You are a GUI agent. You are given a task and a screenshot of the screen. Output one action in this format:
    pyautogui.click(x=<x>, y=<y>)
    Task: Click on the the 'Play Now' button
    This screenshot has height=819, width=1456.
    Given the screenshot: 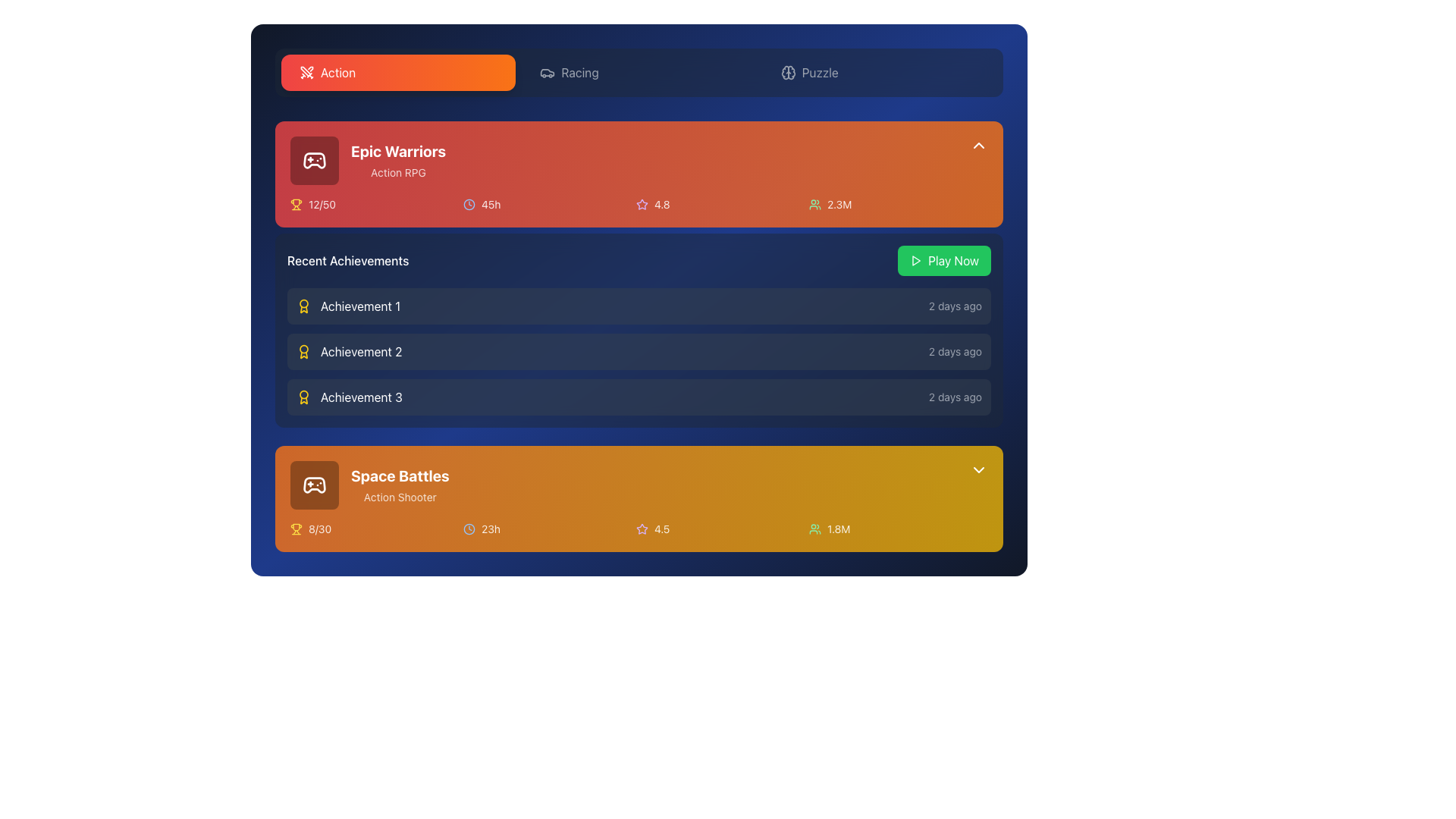 What is the action you would take?
    pyautogui.click(x=943, y=259)
    